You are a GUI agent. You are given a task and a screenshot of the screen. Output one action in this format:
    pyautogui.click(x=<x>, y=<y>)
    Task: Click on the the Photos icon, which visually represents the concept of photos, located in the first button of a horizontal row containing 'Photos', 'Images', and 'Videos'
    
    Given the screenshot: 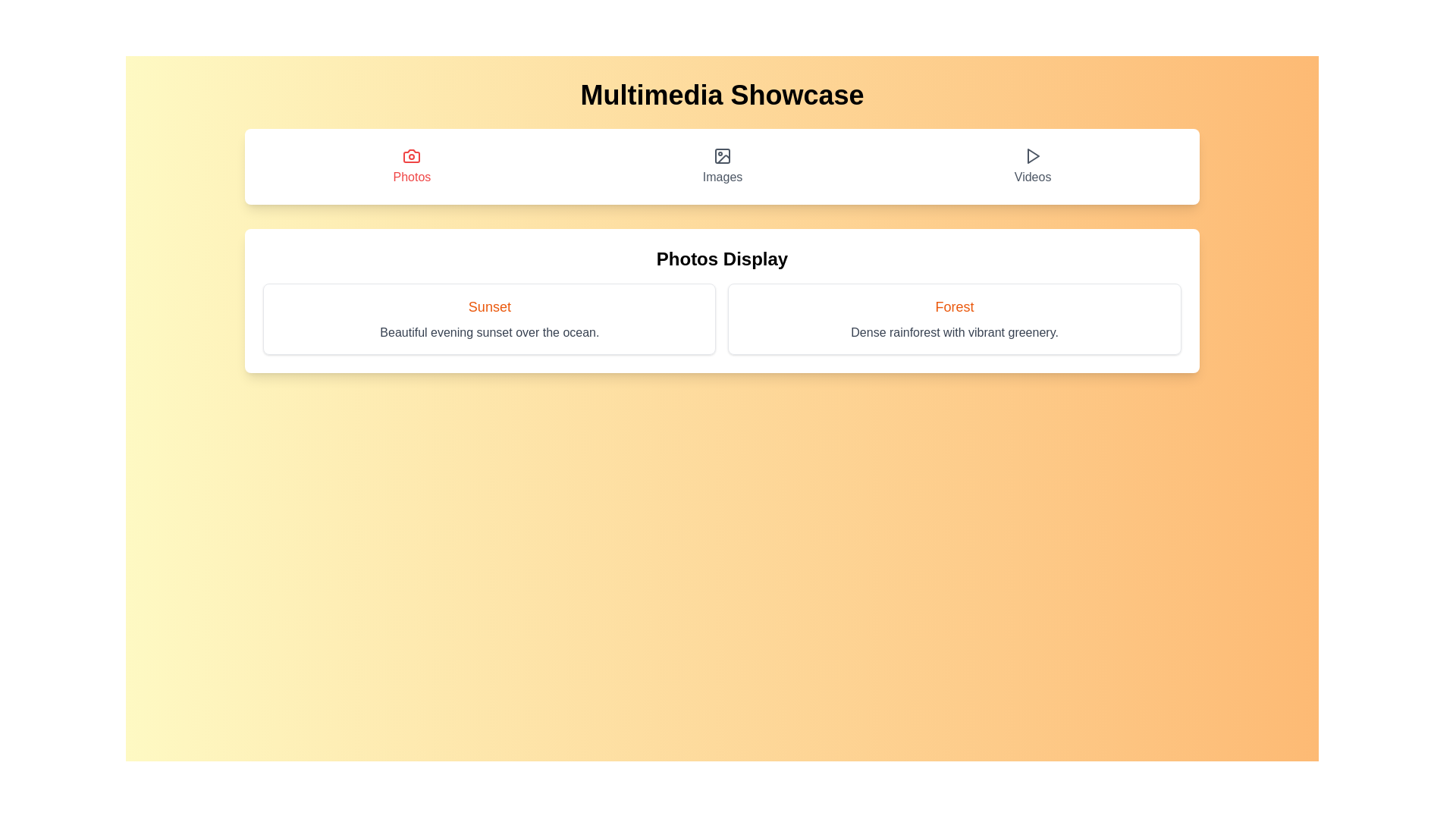 What is the action you would take?
    pyautogui.click(x=412, y=155)
    